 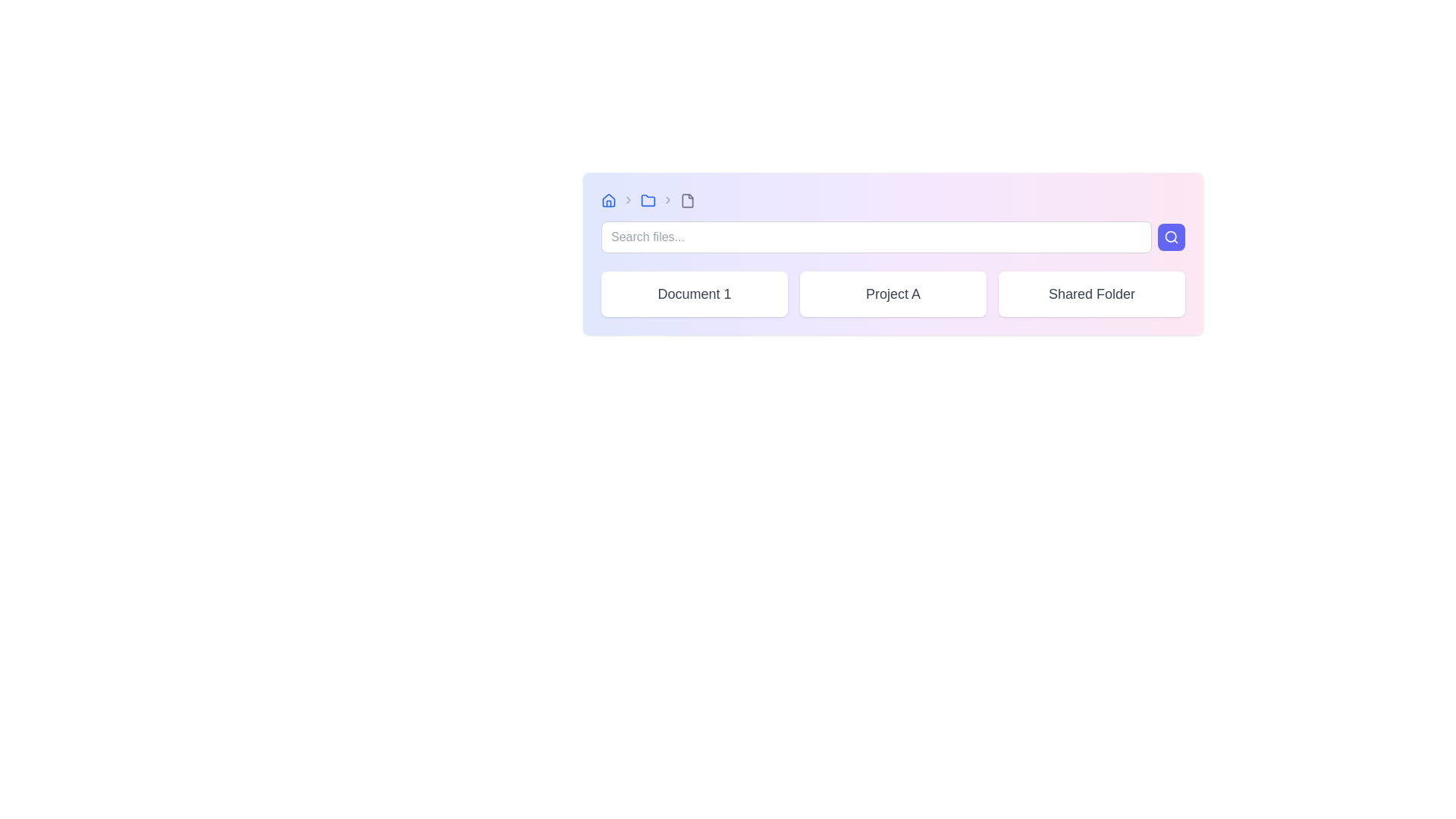 What do you see at coordinates (608, 199) in the screenshot?
I see `the interactive navigation link icon located at the leftmost side of the breadcrumb navigation section` at bounding box center [608, 199].